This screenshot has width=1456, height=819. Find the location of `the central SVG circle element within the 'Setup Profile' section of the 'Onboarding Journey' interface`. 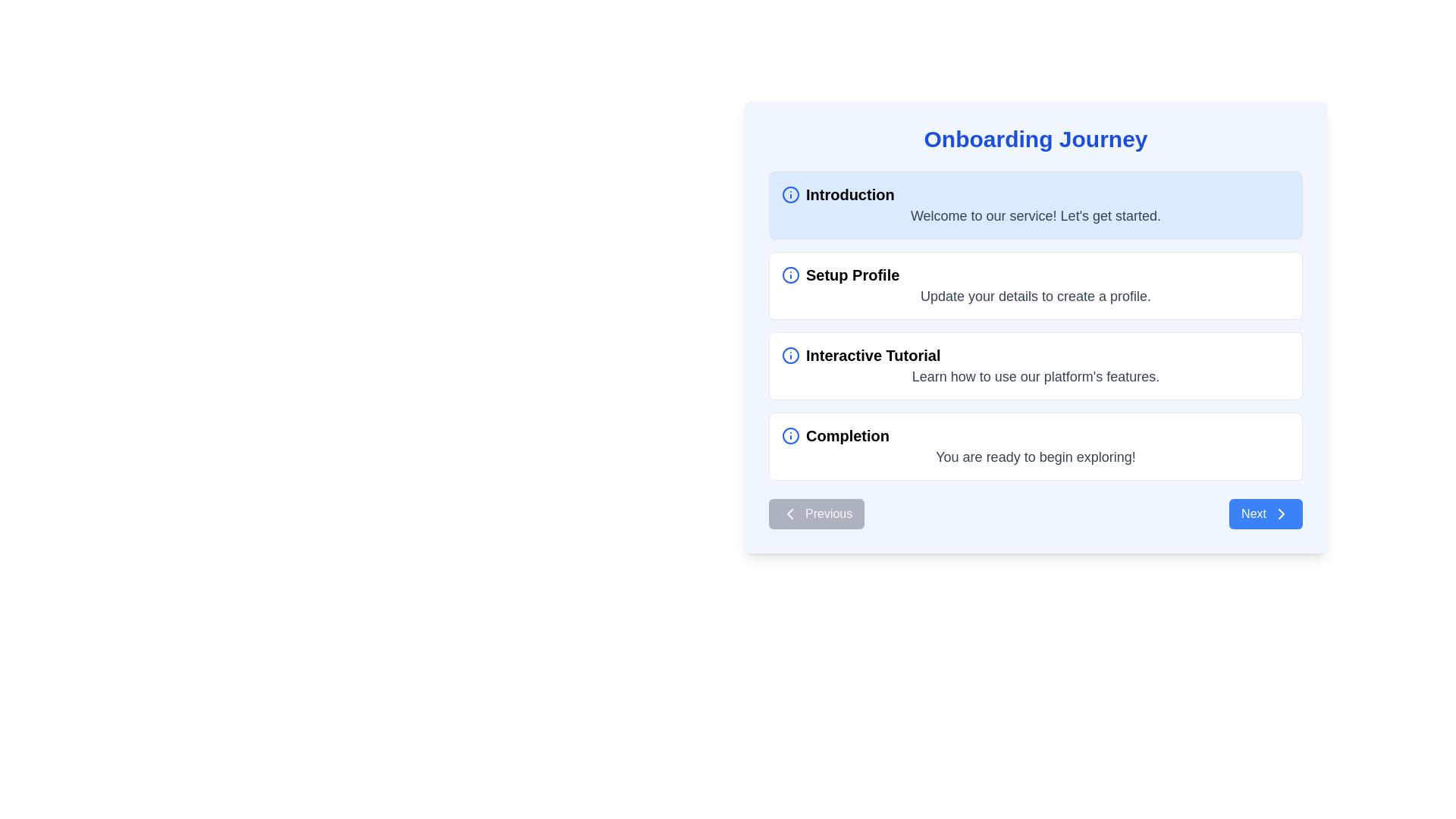

the central SVG circle element within the 'Setup Profile' section of the 'Onboarding Journey' interface is located at coordinates (789, 275).